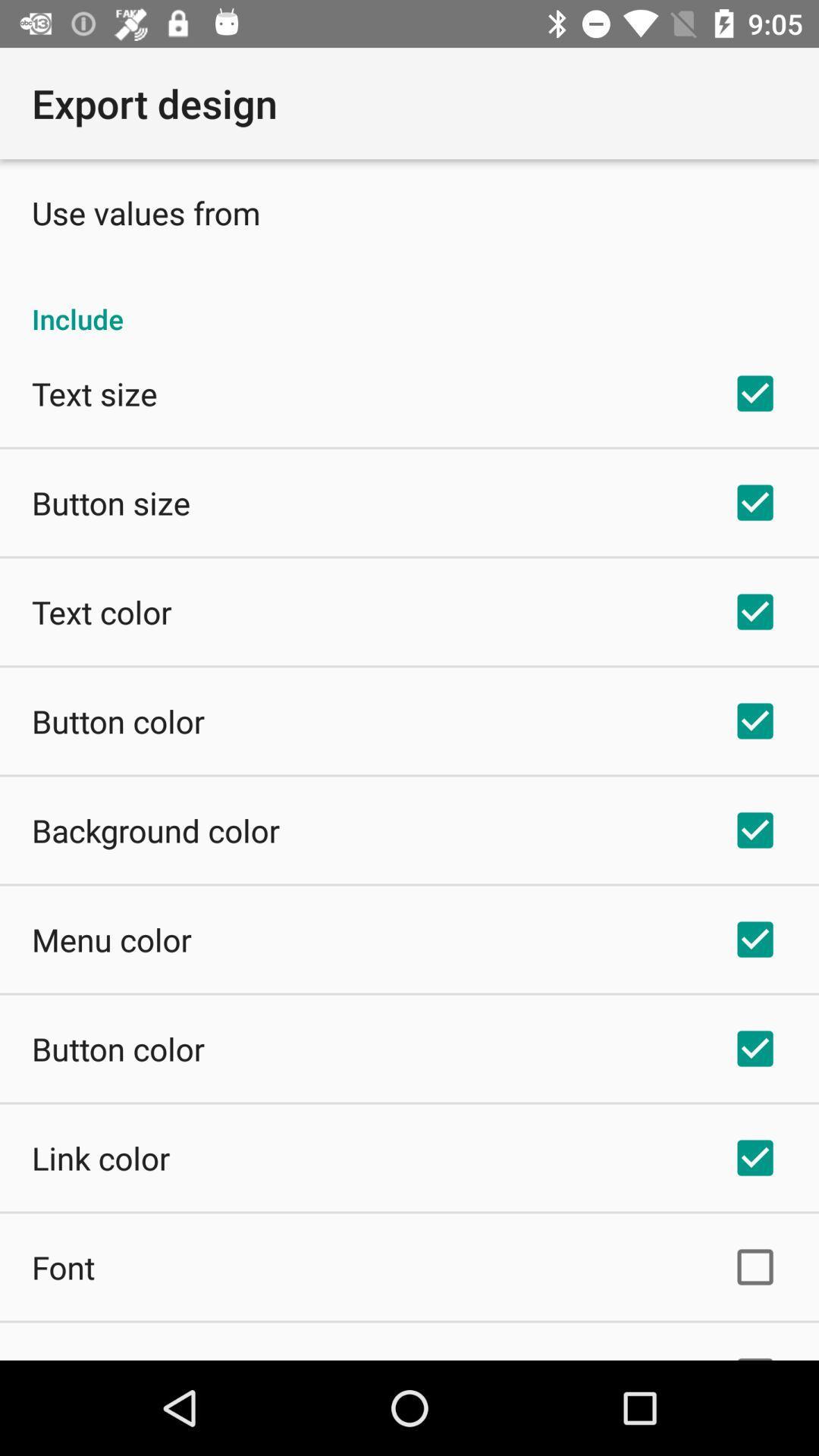 The height and width of the screenshot is (1456, 819). I want to click on the icon below export design, so click(146, 212).